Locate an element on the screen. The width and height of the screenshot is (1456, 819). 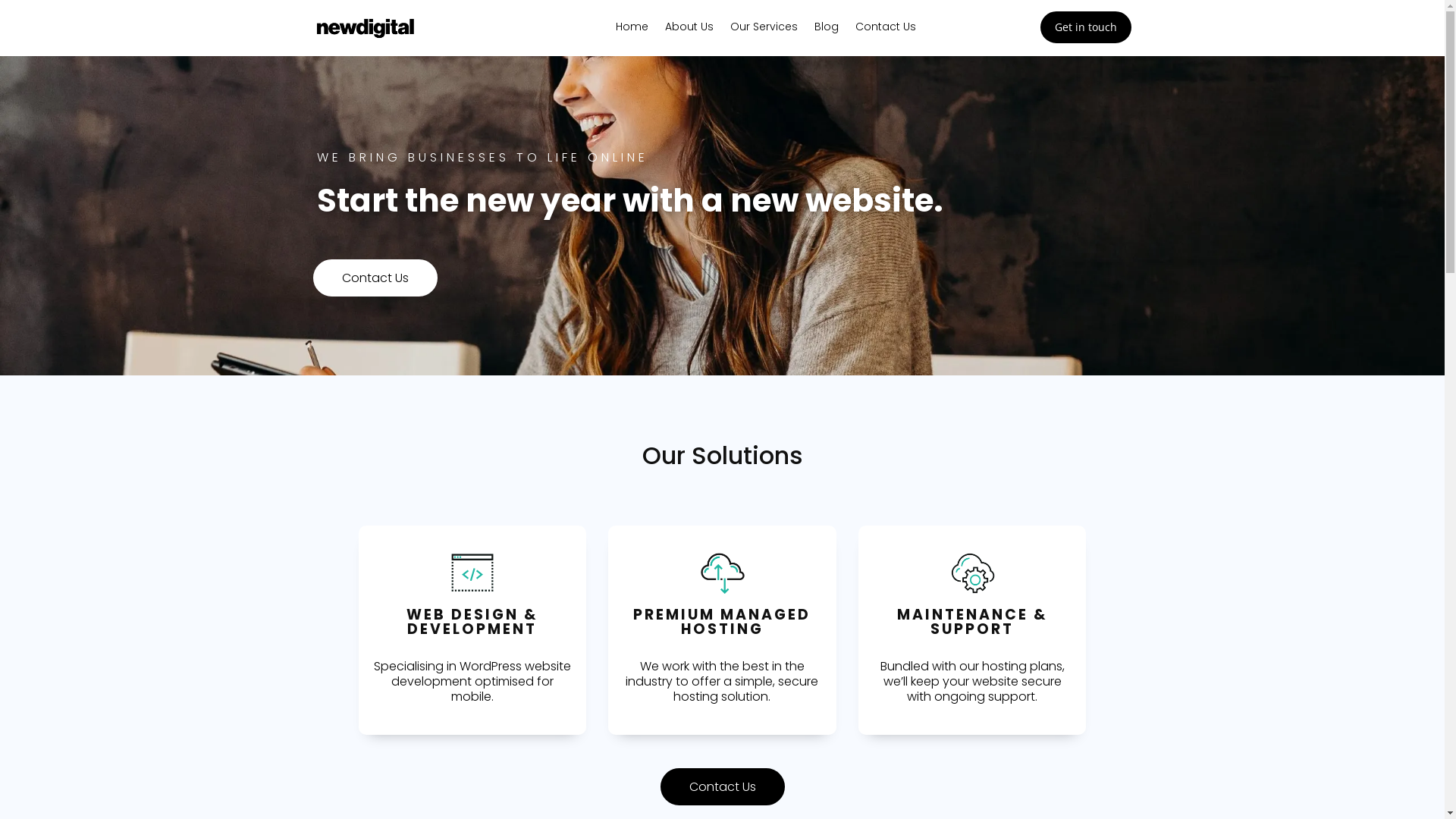
'Get in touch' is located at coordinates (1084, 27).